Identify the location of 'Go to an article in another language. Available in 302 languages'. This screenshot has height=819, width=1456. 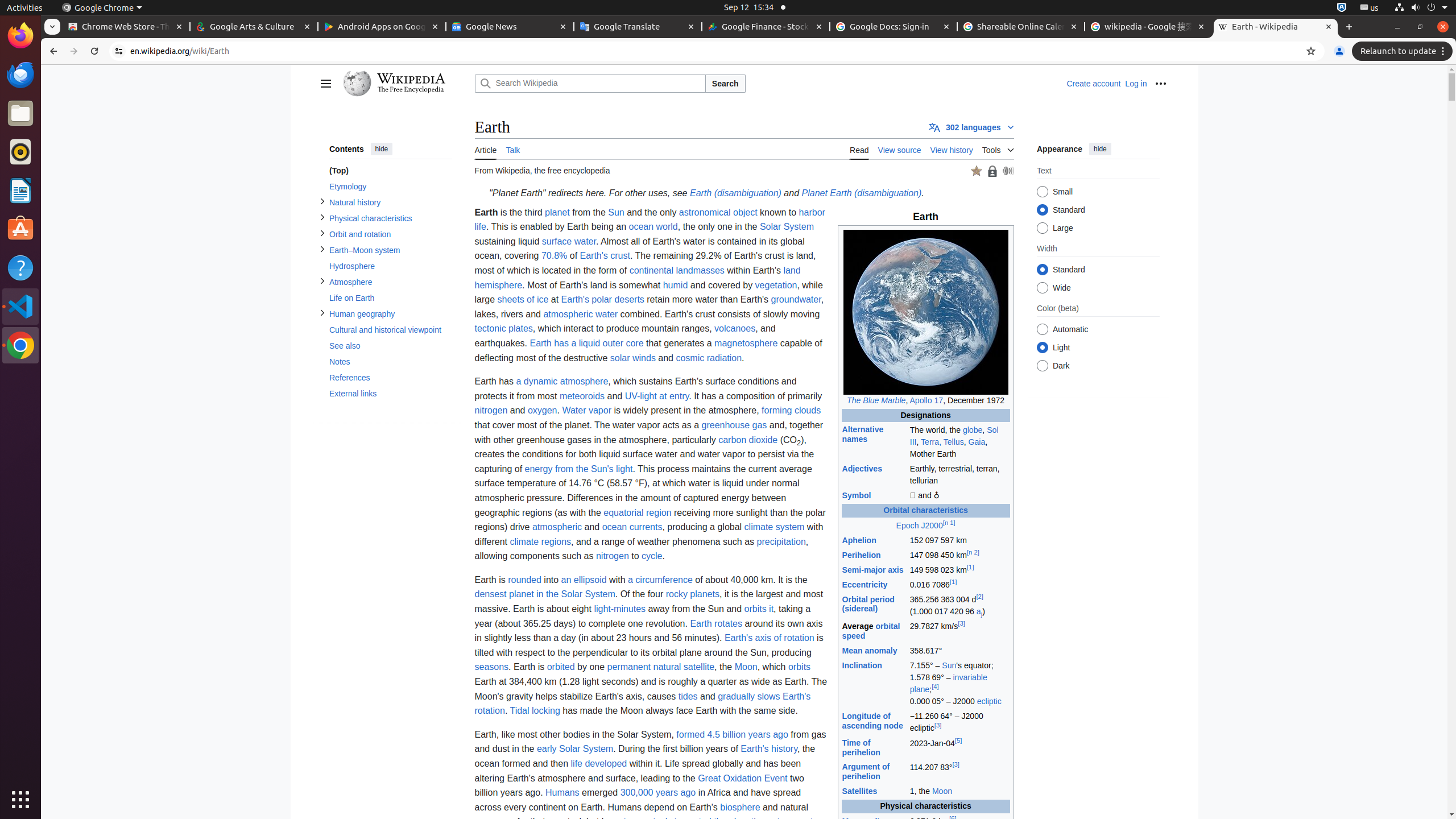
(971, 126).